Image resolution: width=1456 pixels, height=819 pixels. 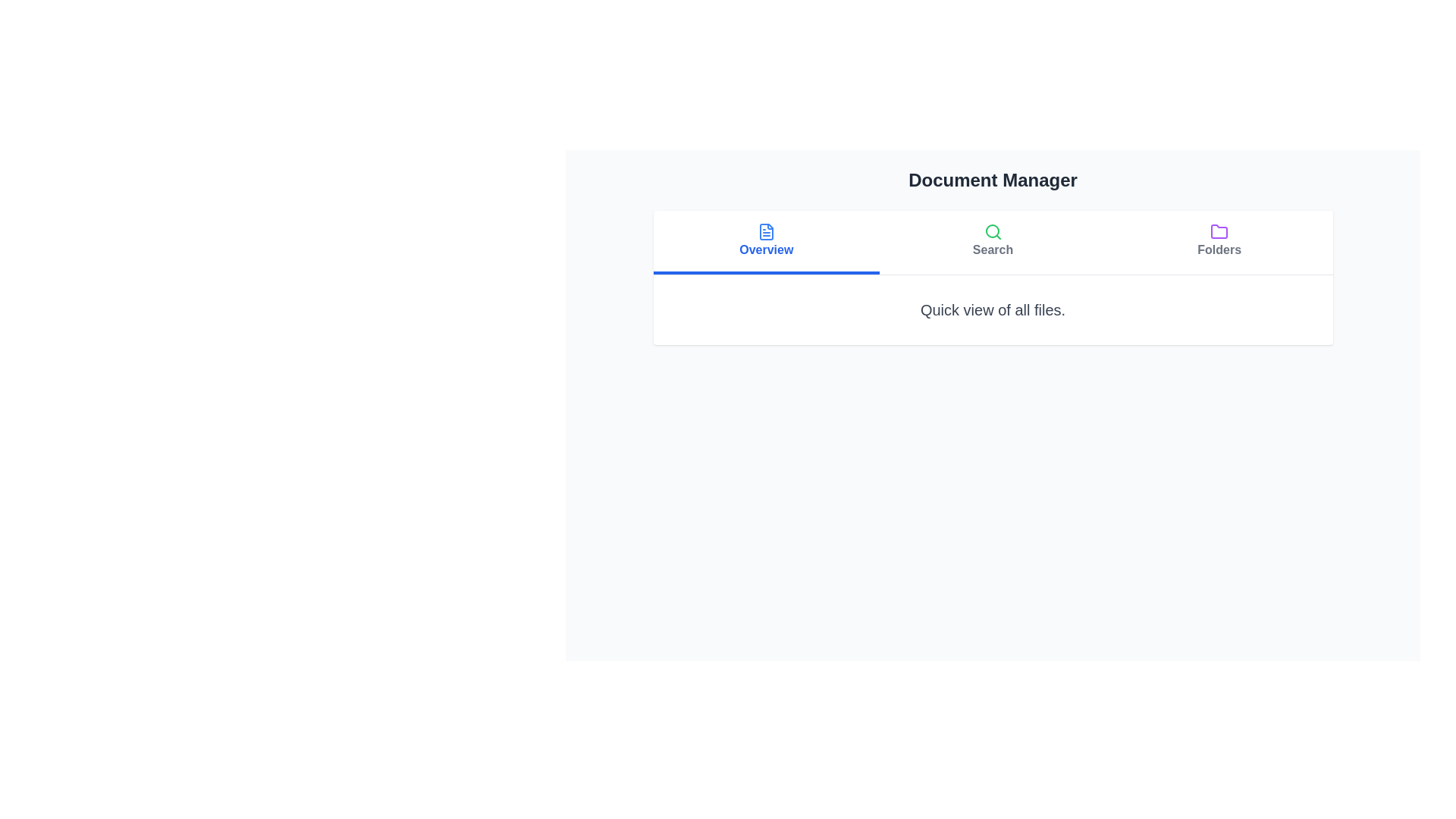 I want to click on the button with an icon and text that provides access to the 'Folders' section in the document management interface, located at the top-right corner of the navigation bar, so click(x=1219, y=240).